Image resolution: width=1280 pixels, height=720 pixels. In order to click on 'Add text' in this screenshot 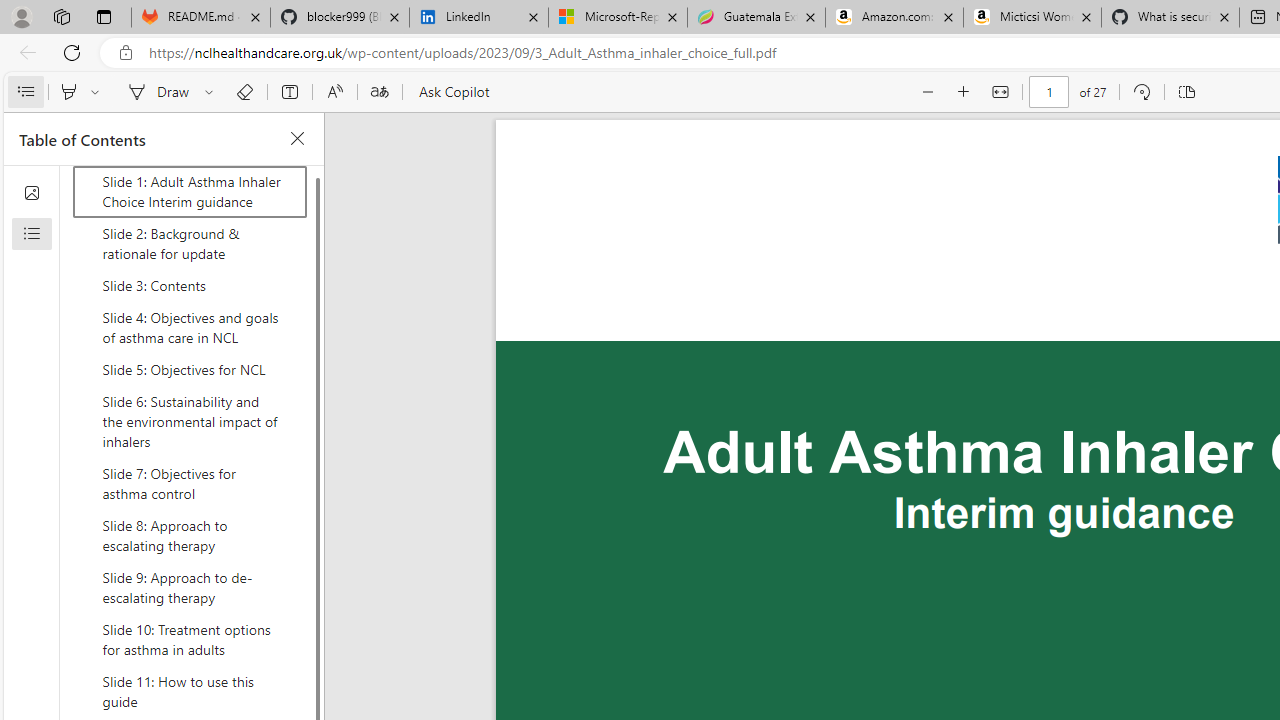, I will do `click(288, 92)`.